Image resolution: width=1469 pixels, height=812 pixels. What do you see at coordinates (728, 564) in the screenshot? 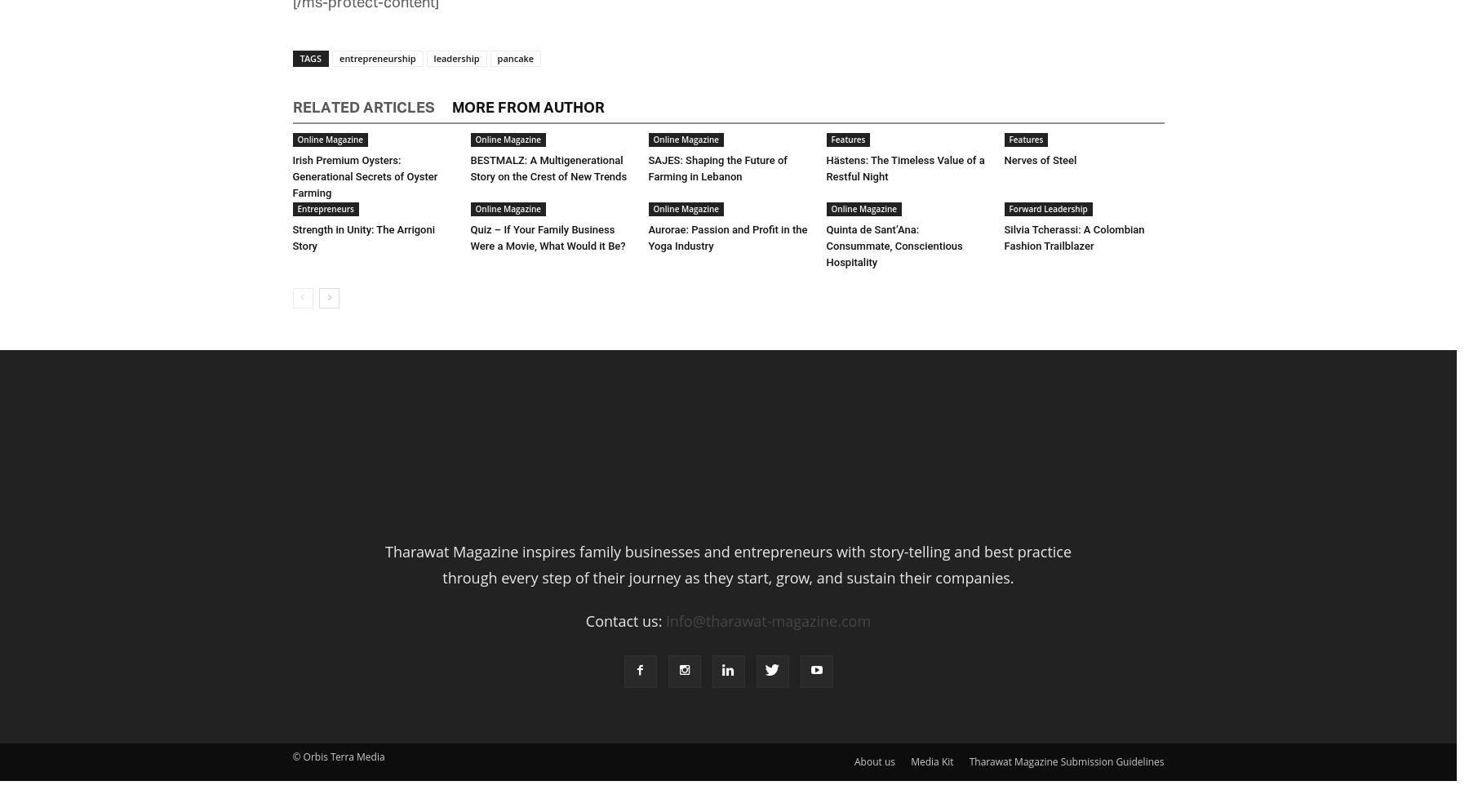
I see `'Tharawat Magazine inspires family businesses and entrepreneurs with story-telling and best practice through every step of their journey as they start, grow, and sustain their companies.'` at bounding box center [728, 564].